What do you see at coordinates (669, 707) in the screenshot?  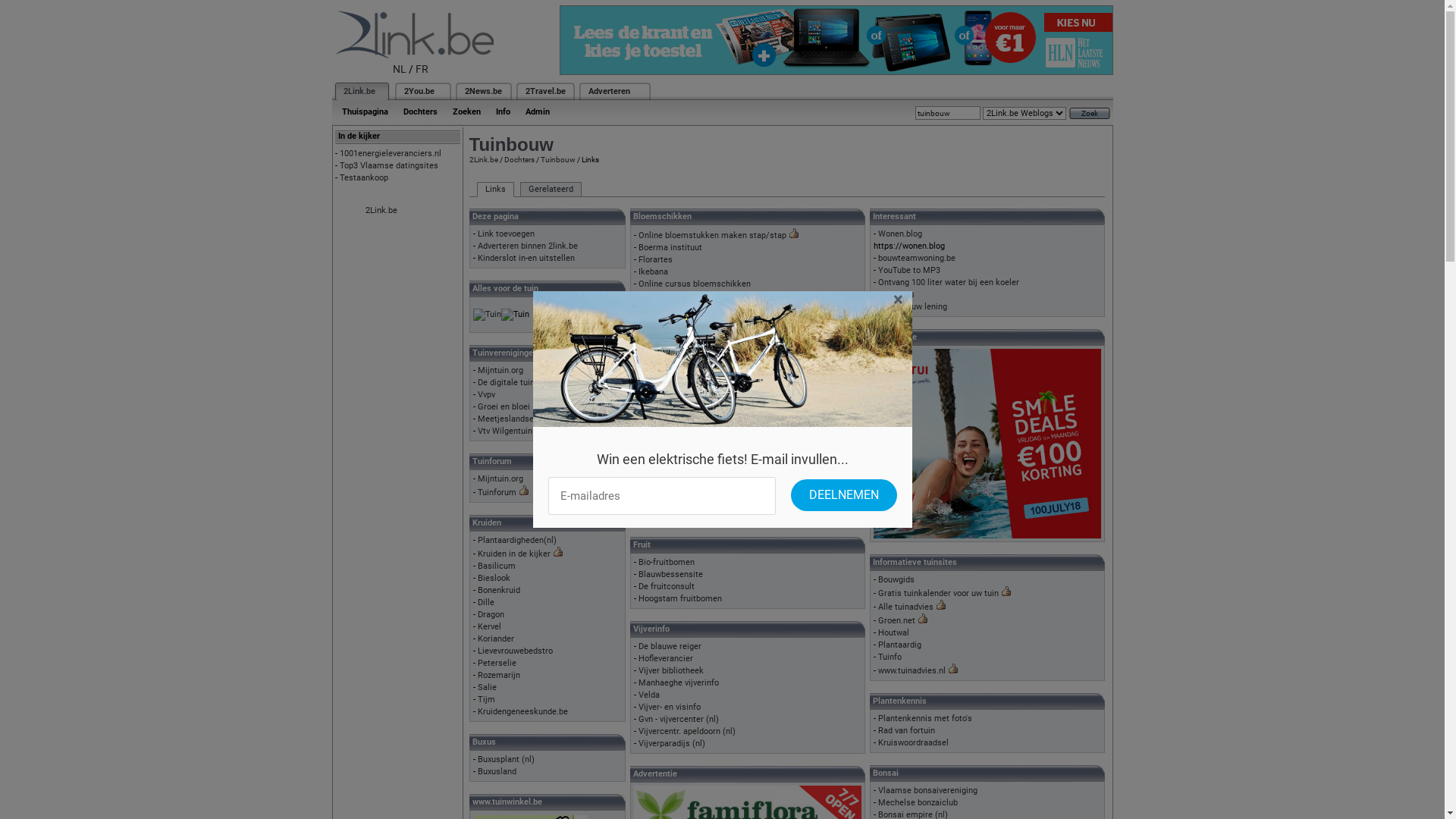 I see `'Vijver- en visinfo'` at bounding box center [669, 707].